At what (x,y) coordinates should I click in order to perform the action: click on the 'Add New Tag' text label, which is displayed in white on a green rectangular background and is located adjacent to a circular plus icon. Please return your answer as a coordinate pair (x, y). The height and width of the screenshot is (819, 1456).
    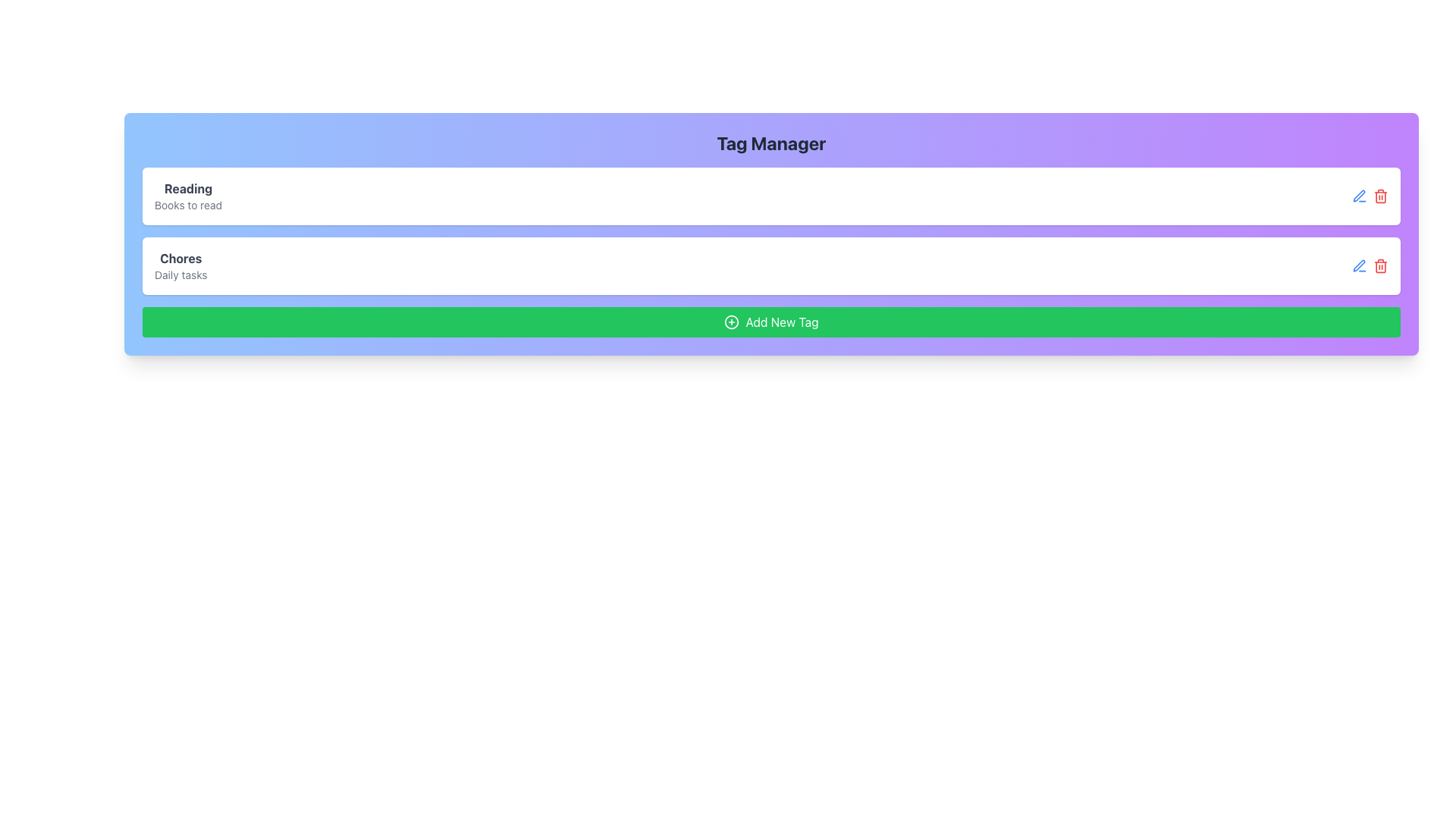
    Looking at the image, I should click on (782, 321).